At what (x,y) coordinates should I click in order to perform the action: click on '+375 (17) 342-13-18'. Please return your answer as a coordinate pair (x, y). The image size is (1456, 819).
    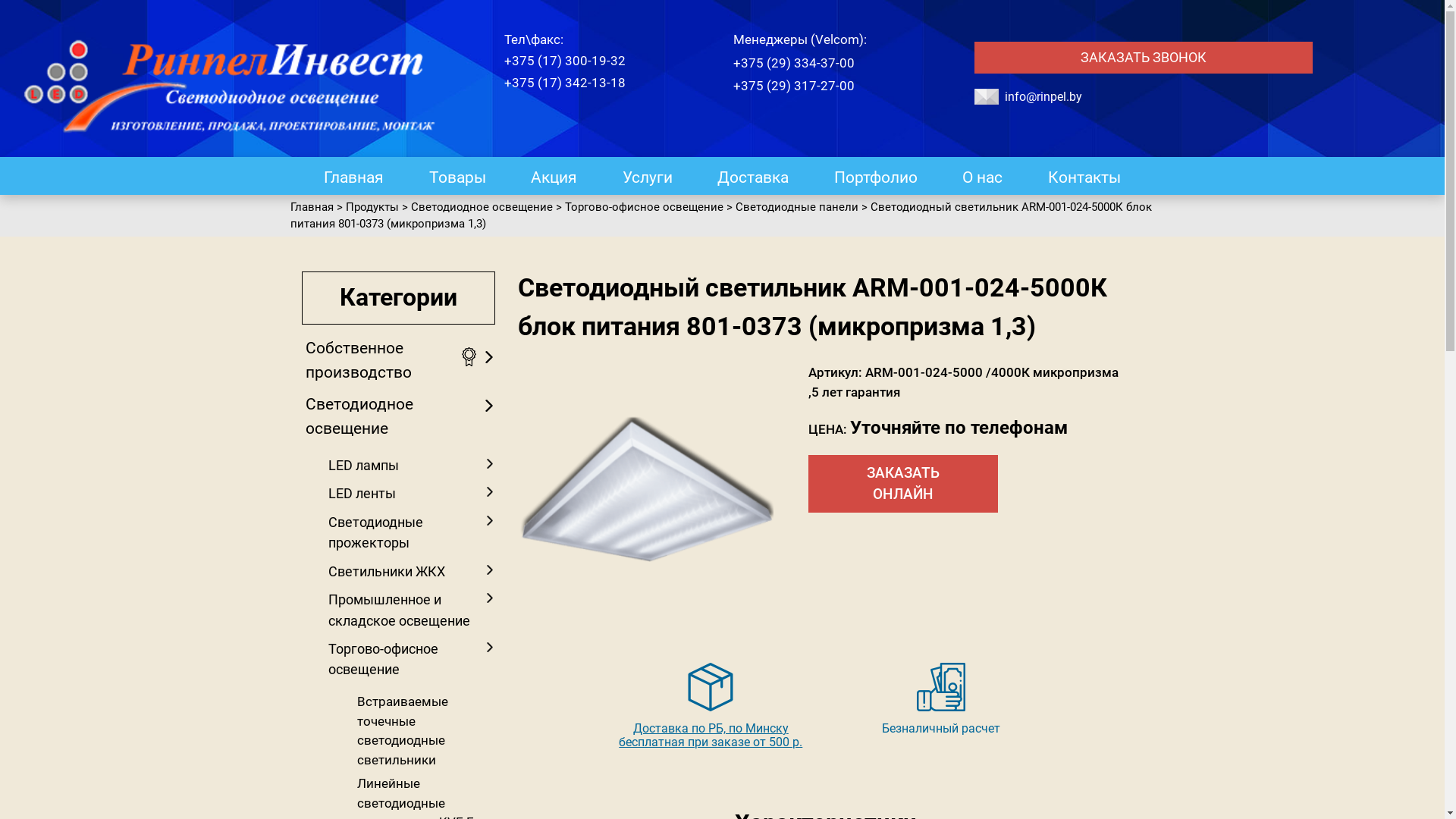
    Looking at the image, I should click on (563, 82).